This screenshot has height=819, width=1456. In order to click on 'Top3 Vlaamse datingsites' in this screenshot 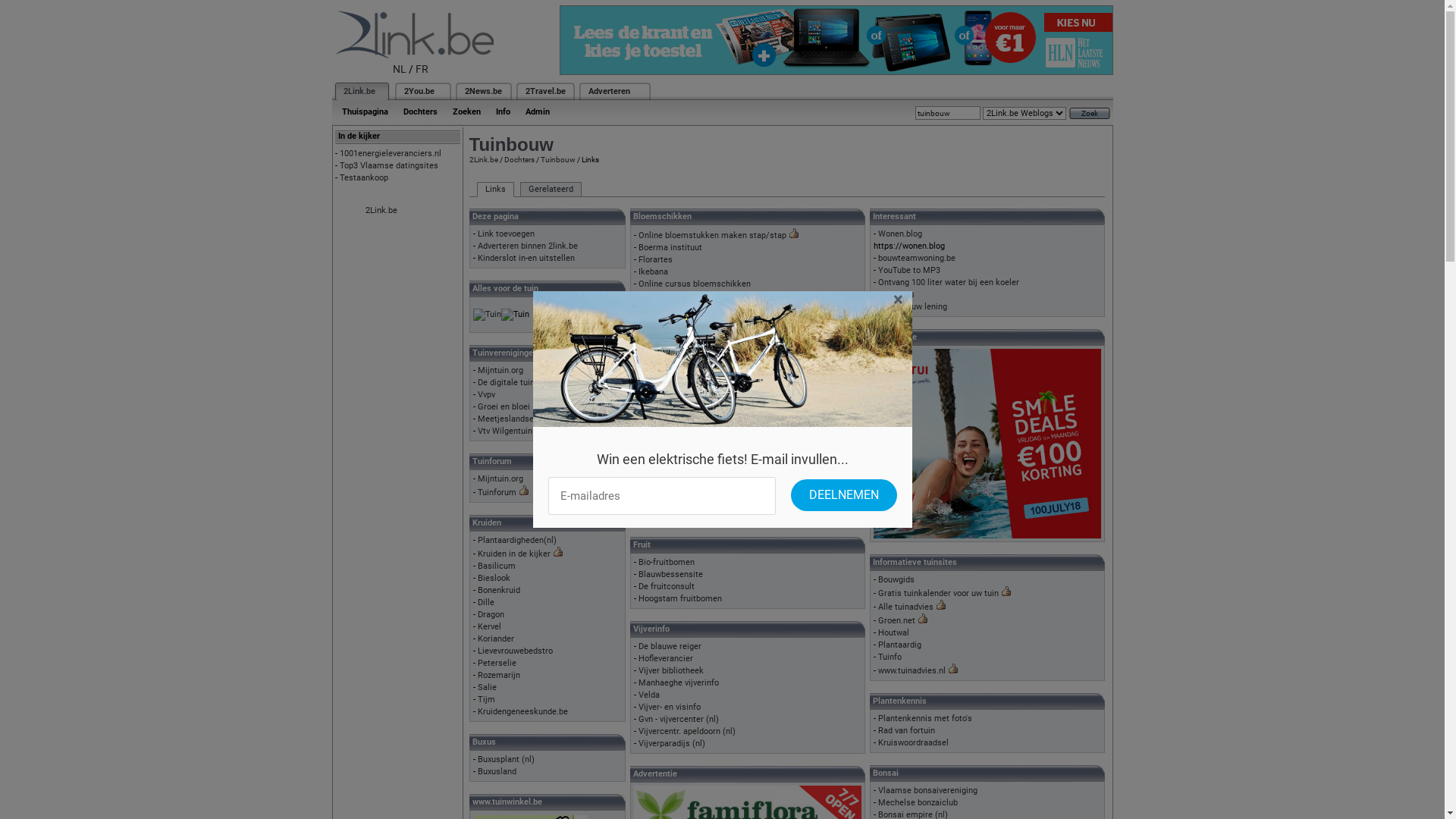, I will do `click(389, 165)`.